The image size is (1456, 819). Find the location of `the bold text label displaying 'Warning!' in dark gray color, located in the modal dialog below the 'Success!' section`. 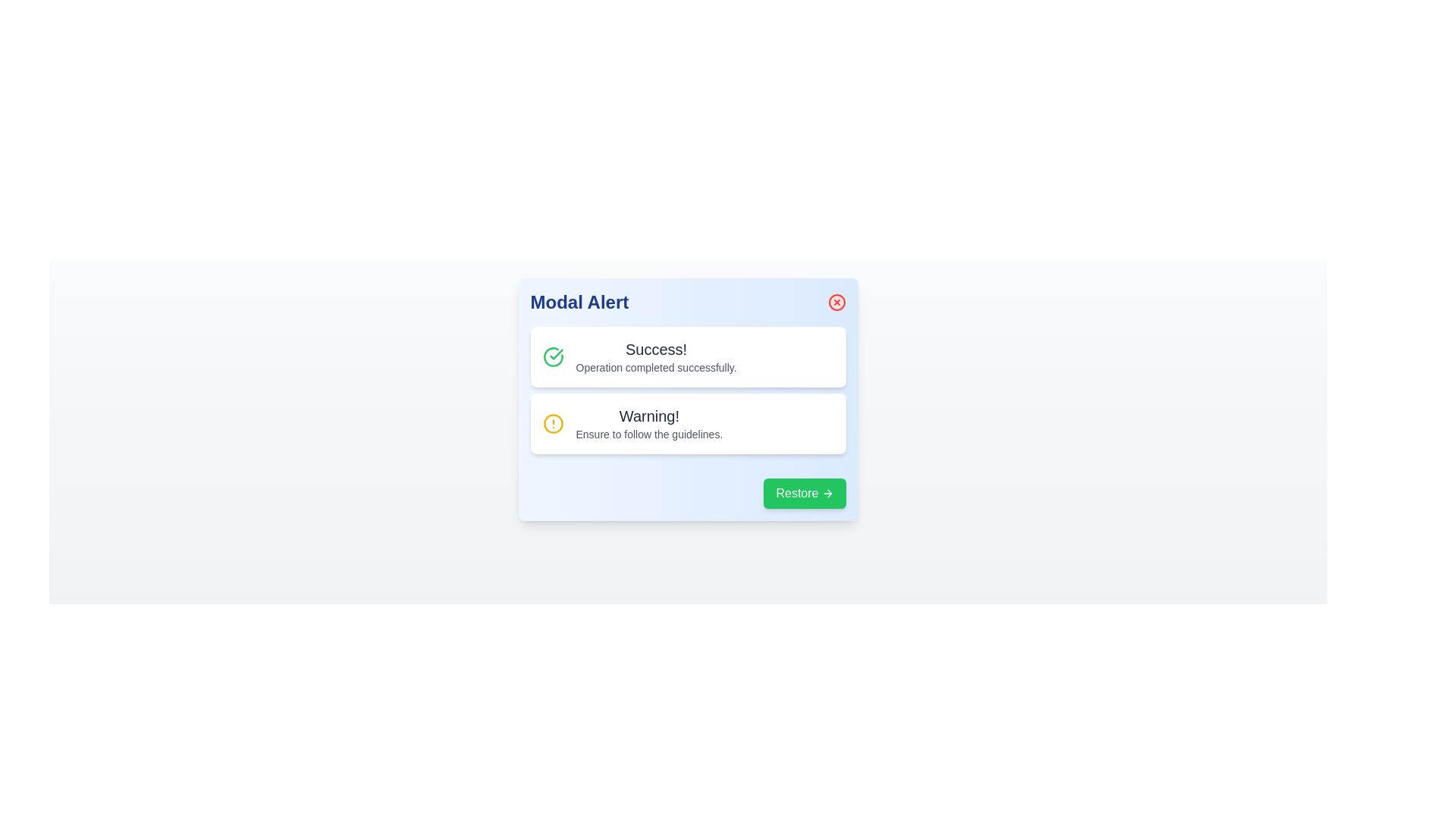

the bold text label displaying 'Warning!' in dark gray color, located in the modal dialog below the 'Success!' section is located at coordinates (649, 416).